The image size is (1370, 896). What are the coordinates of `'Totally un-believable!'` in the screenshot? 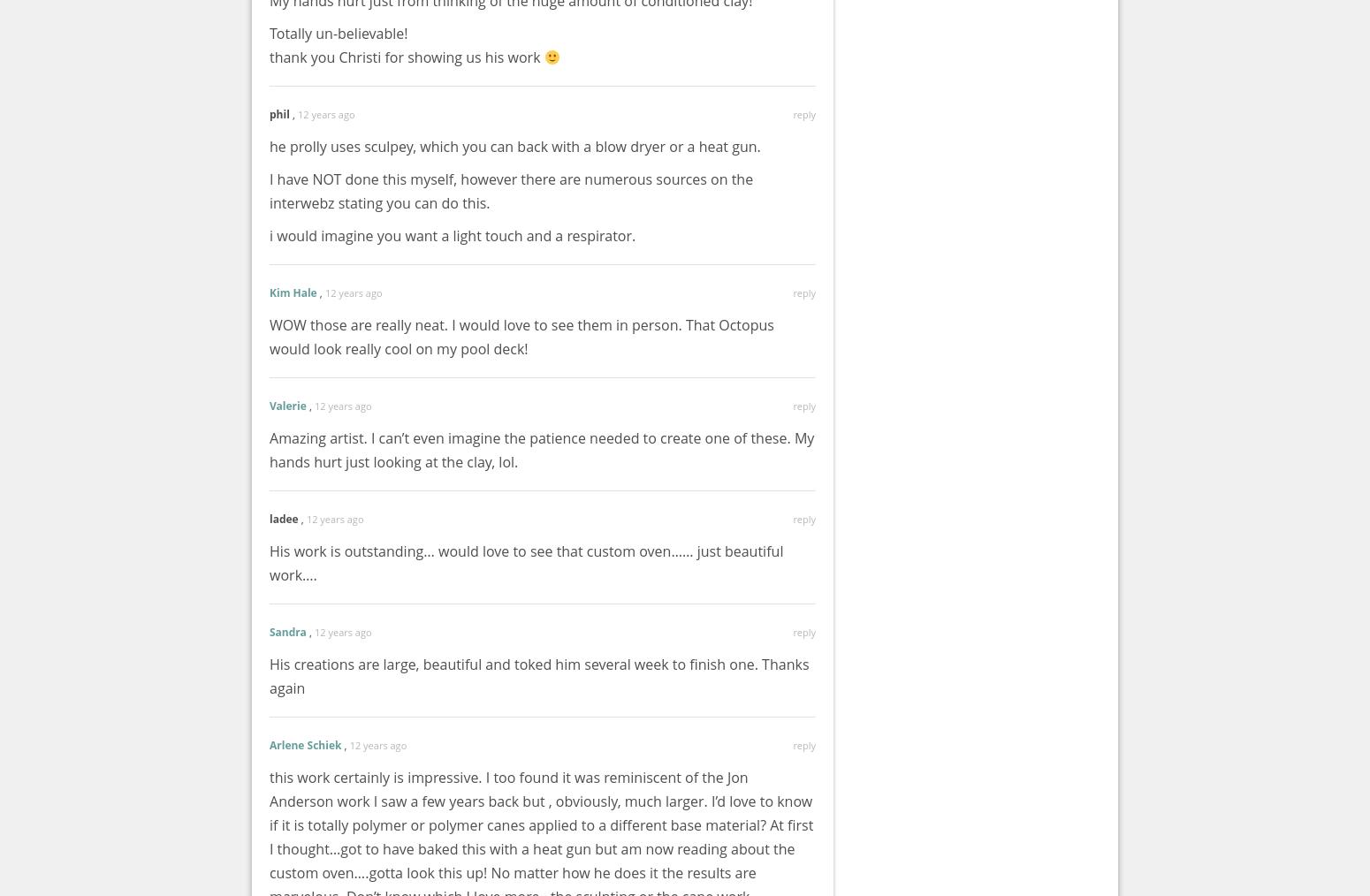 It's located at (338, 33).